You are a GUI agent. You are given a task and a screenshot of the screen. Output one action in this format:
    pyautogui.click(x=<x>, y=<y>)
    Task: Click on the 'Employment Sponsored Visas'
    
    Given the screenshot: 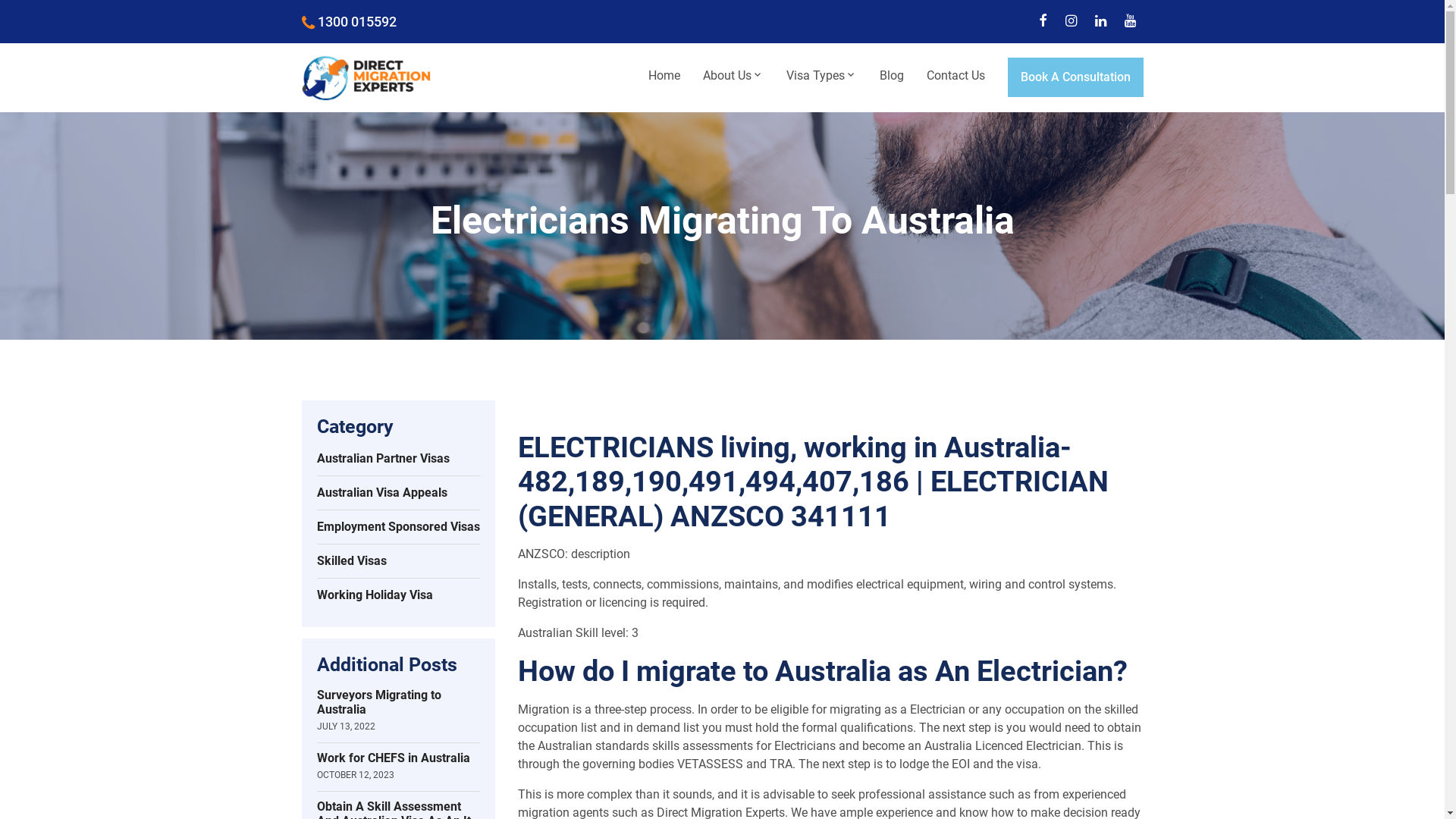 What is the action you would take?
    pyautogui.click(x=315, y=526)
    